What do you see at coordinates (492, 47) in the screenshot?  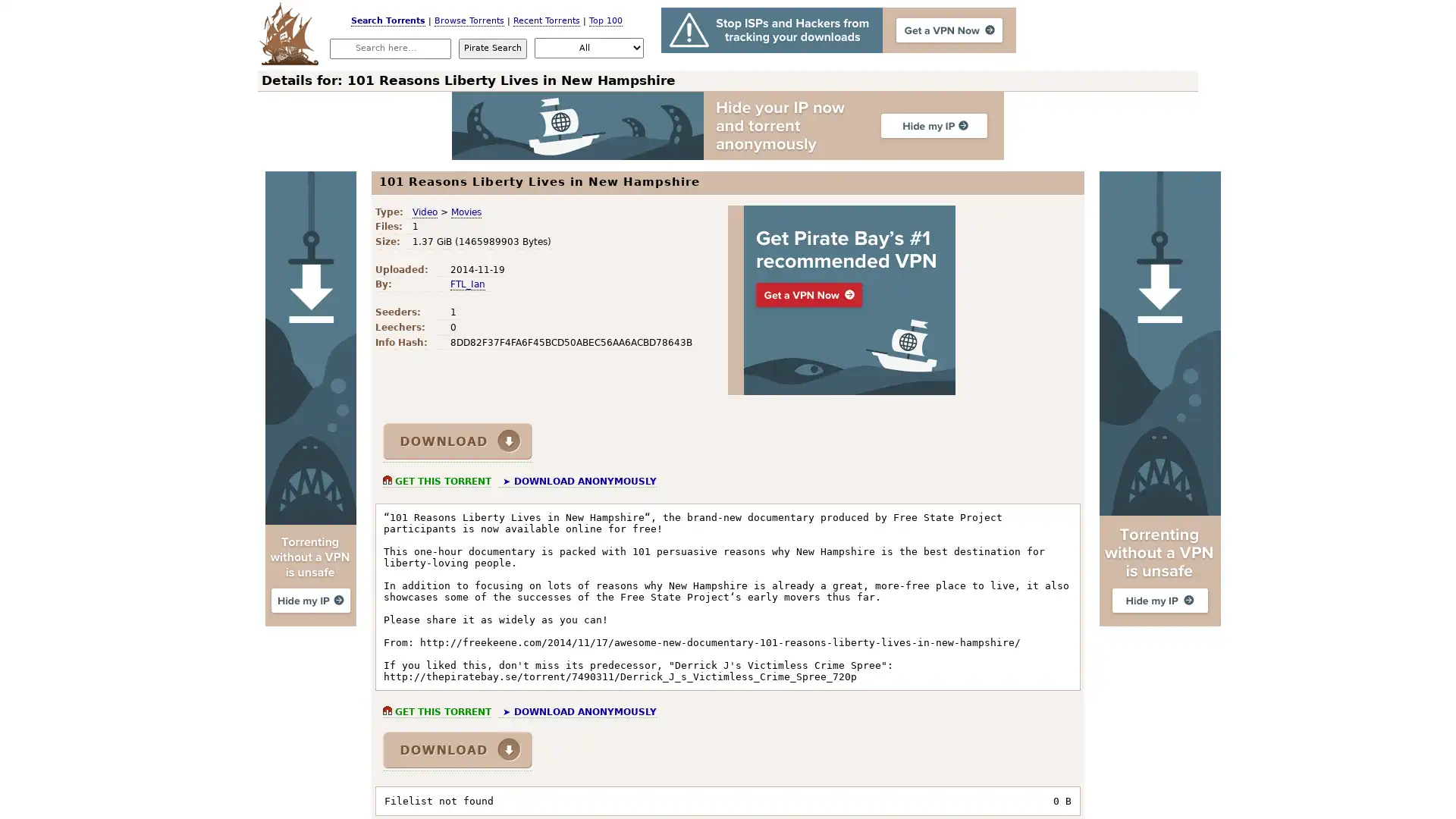 I see `Pirate Search` at bounding box center [492, 47].